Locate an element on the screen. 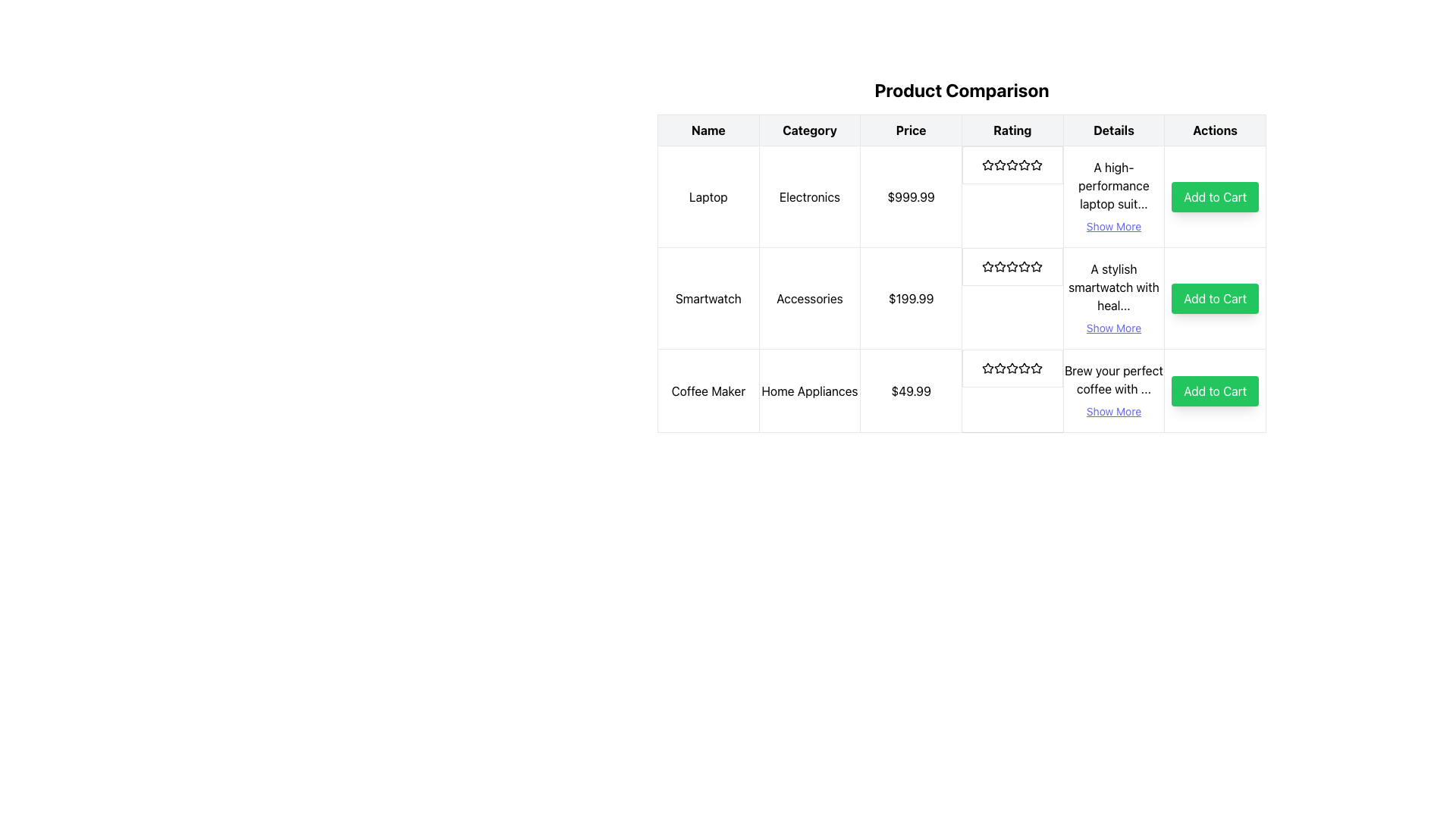 This screenshot has width=1456, height=819. the second star icon representing the rating for the 'Coffee Maker' in the product comparison table is located at coordinates (1025, 368).